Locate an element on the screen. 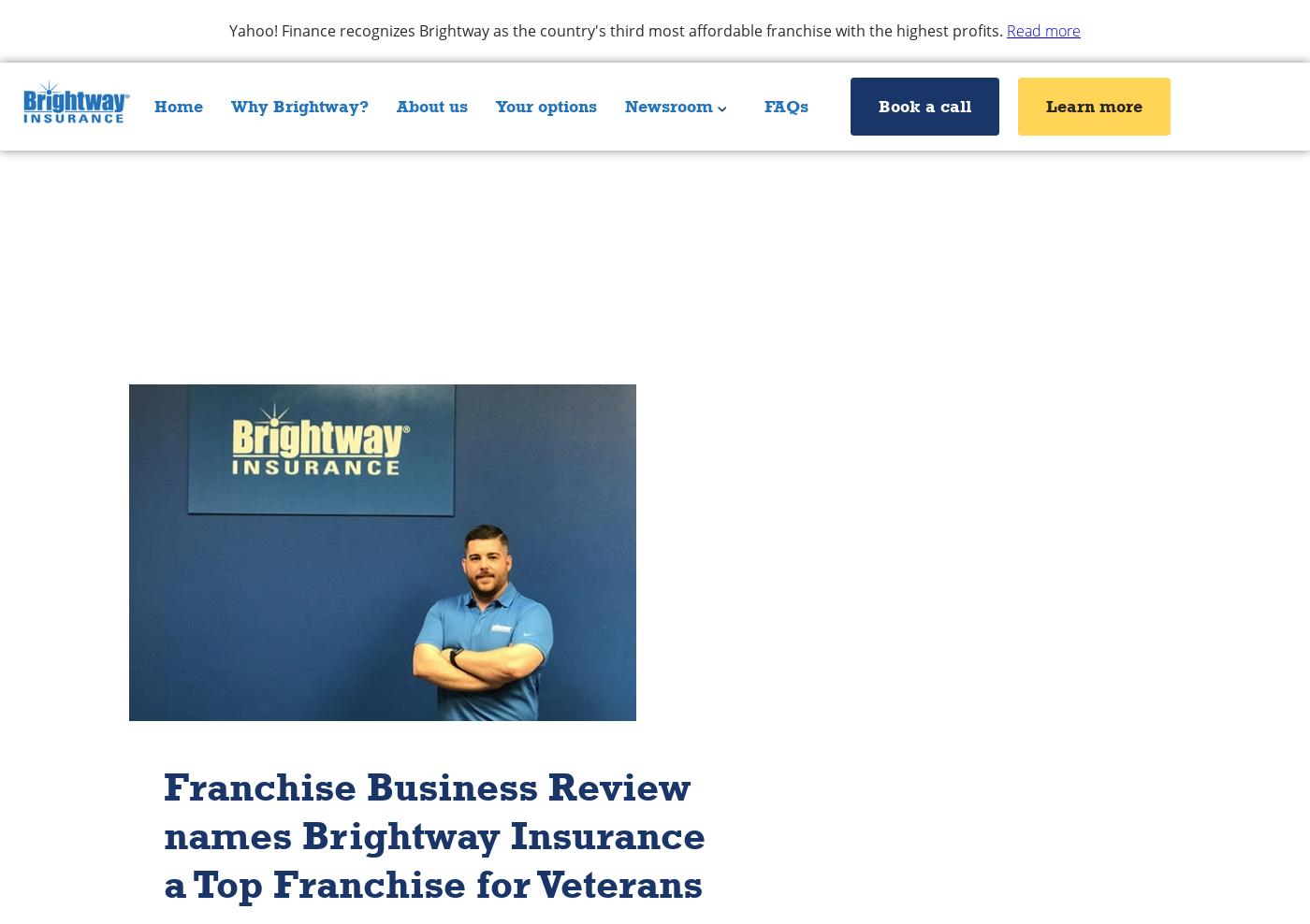 The height and width of the screenshot is (924, 1310). 'Franchise Business Review names Brightway Insurance a Top Franchise for Veterans' is located at coordinates (433, 835).